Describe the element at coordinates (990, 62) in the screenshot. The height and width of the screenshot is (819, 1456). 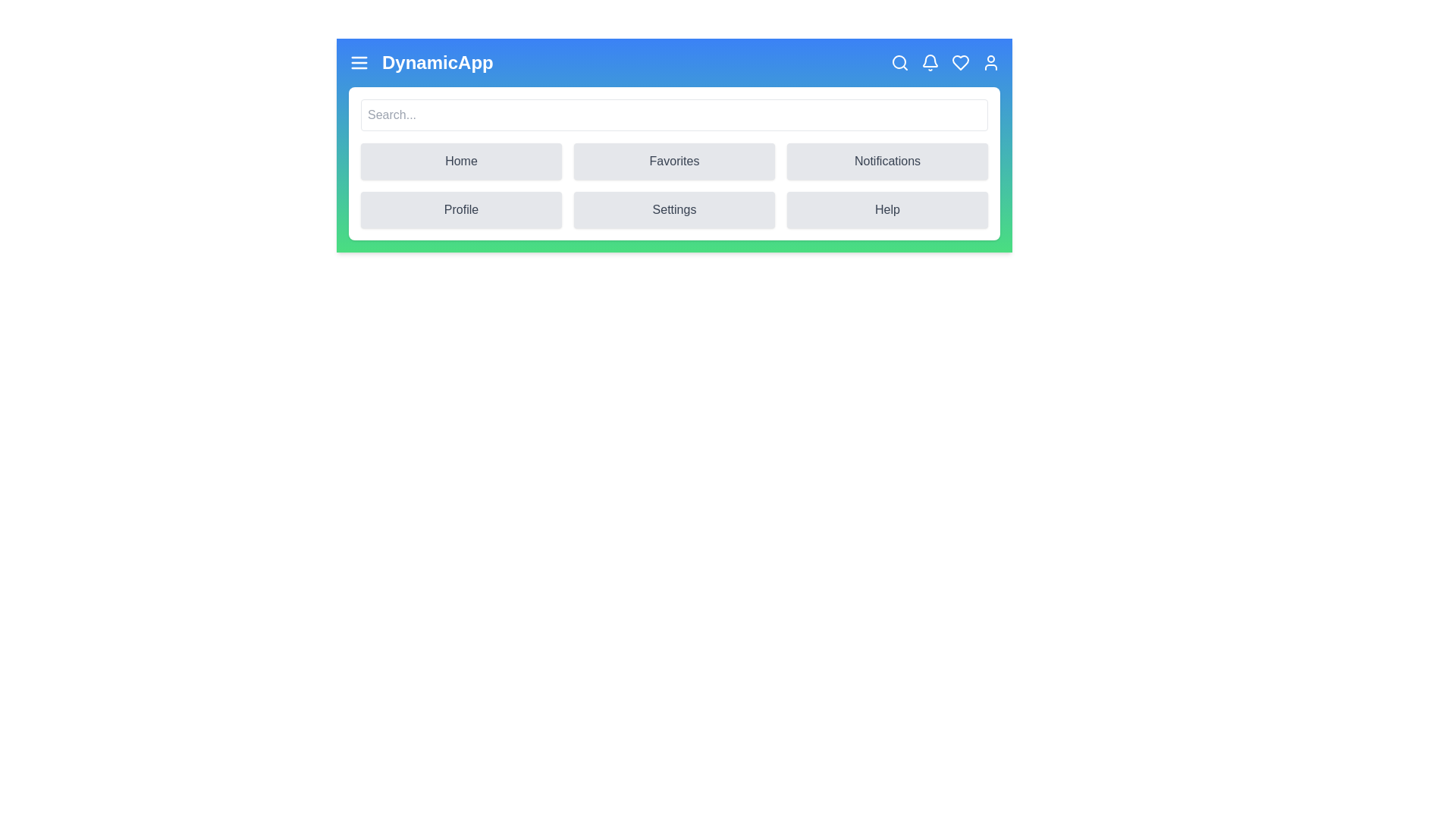
I see `the user icon to access the profile` at that location.